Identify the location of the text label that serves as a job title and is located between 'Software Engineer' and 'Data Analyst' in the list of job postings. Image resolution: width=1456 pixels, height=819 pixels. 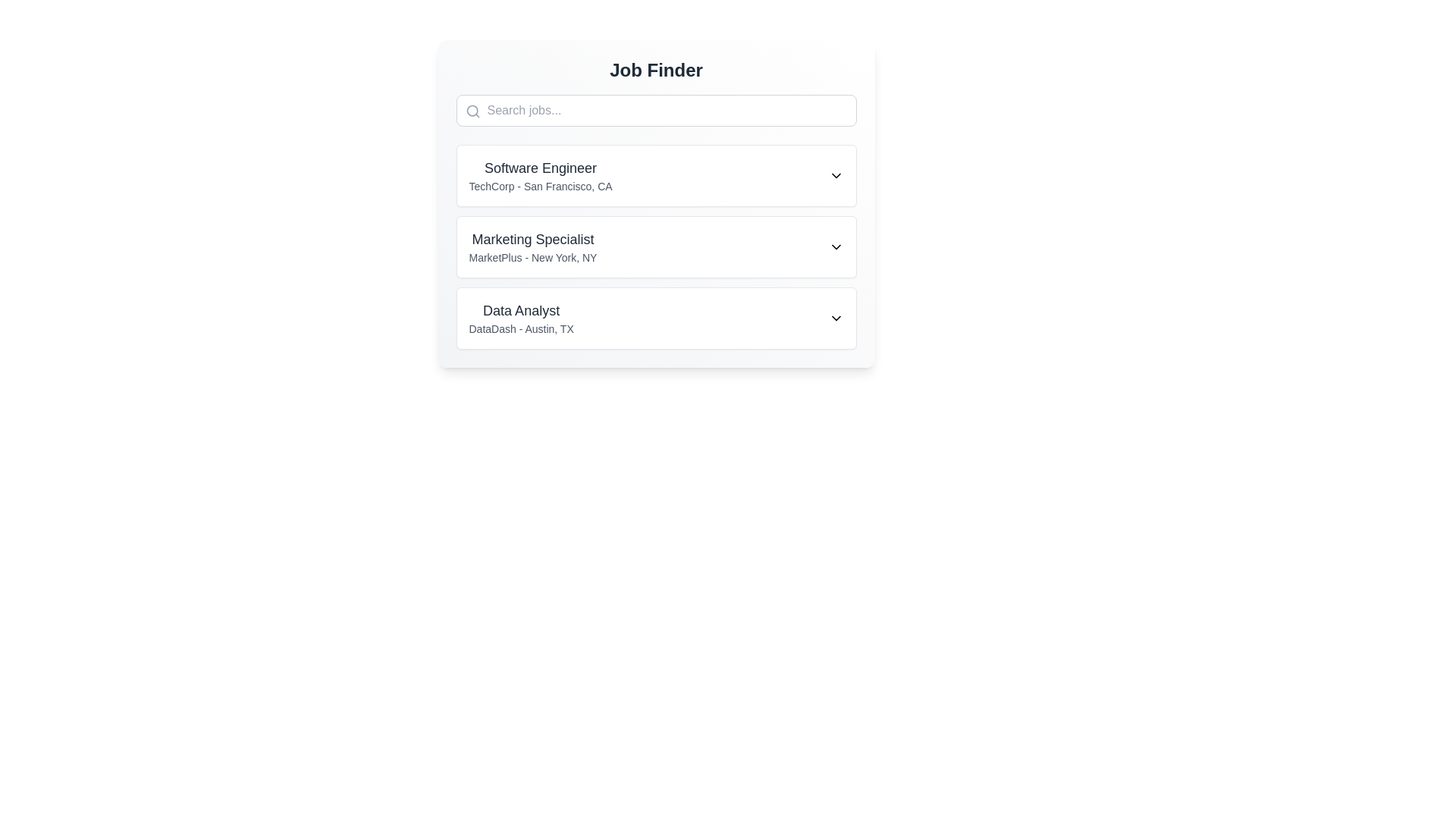
(532, 246).